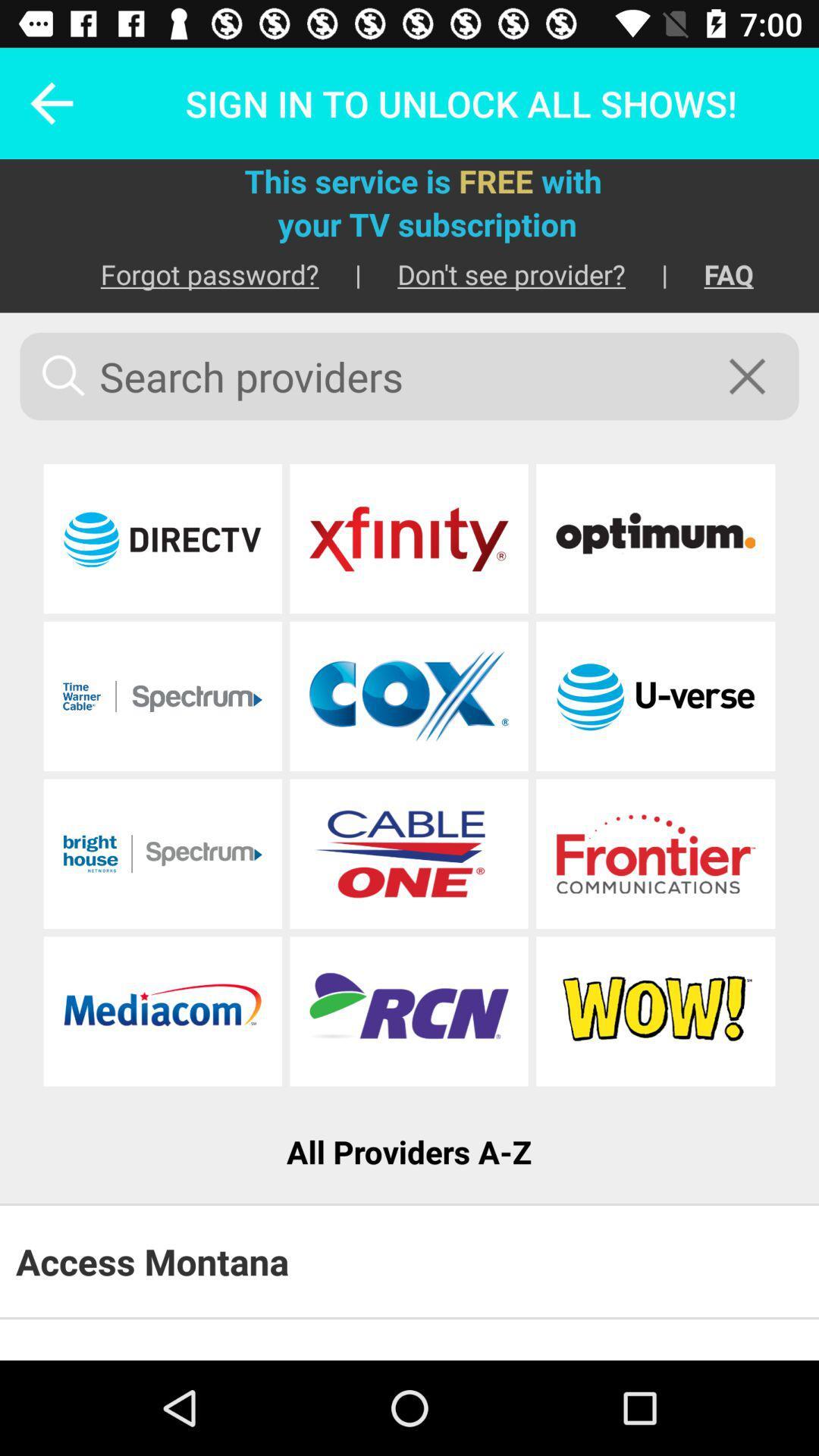 This screenshot has height=1456, width=819. What do you see at coordinates (408, 854) in the screenshot?
I see `provider` at bounding box center [408, 854].